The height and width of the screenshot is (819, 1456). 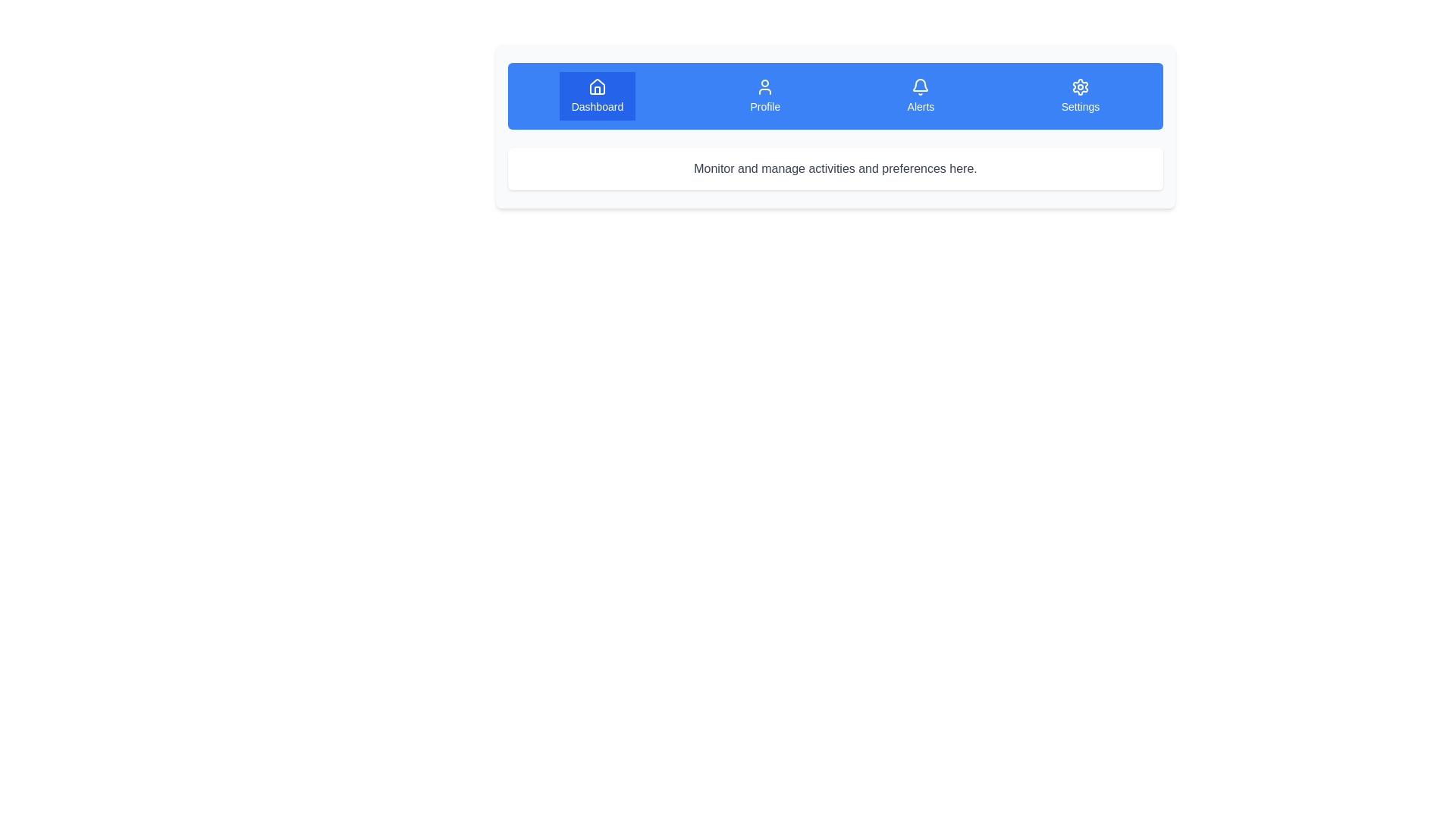 What do you see at coordinates (1080, 87) in the screenshot?
I see `the gear/settings icon located within the 'Settings' button at the far right of the navigation bar to trigger a tooltip or highlight effect` at bounding box center [1080, 87].